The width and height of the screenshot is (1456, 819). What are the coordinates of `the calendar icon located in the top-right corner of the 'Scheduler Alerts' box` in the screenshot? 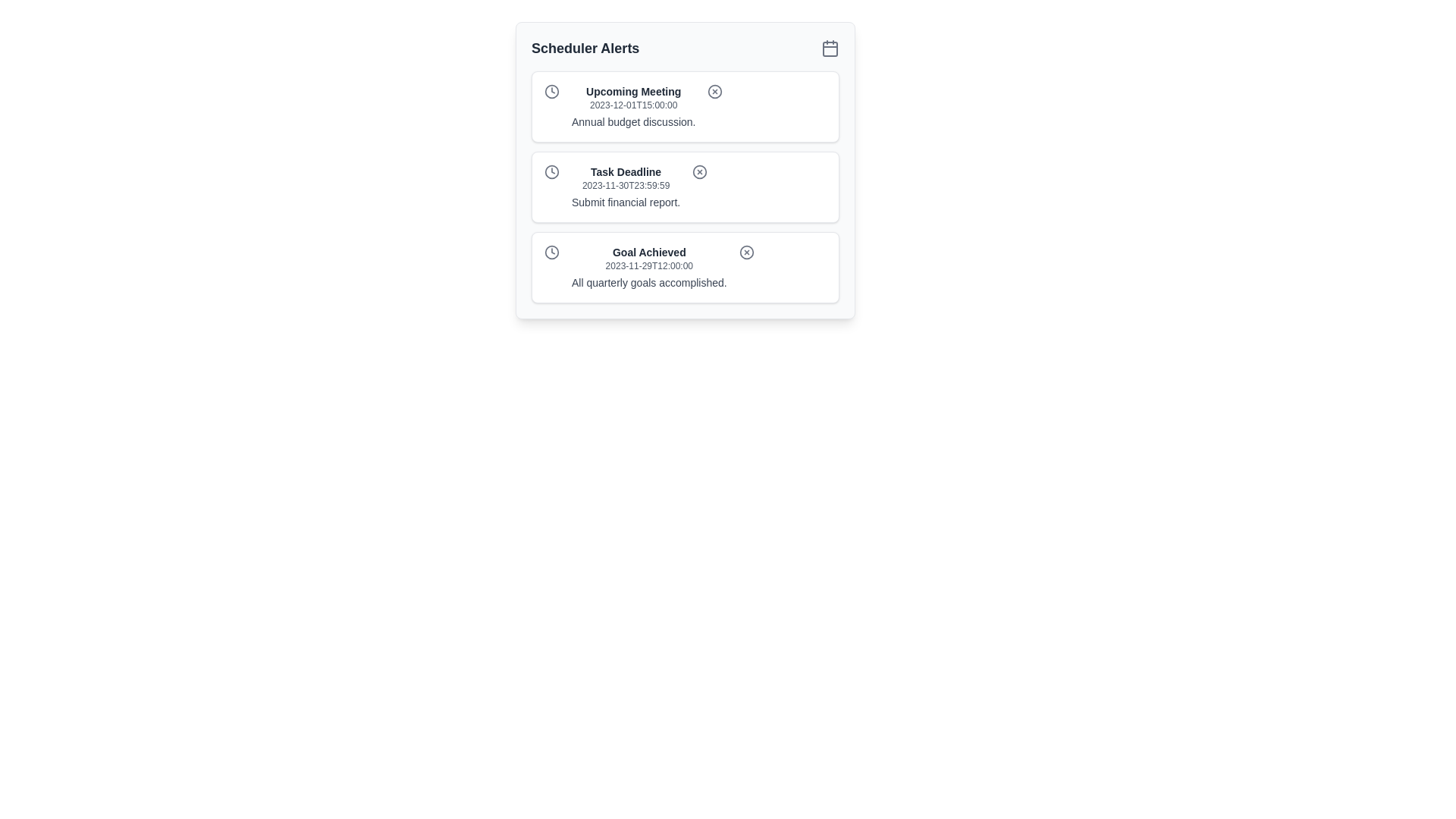 It's located at (829, 48).